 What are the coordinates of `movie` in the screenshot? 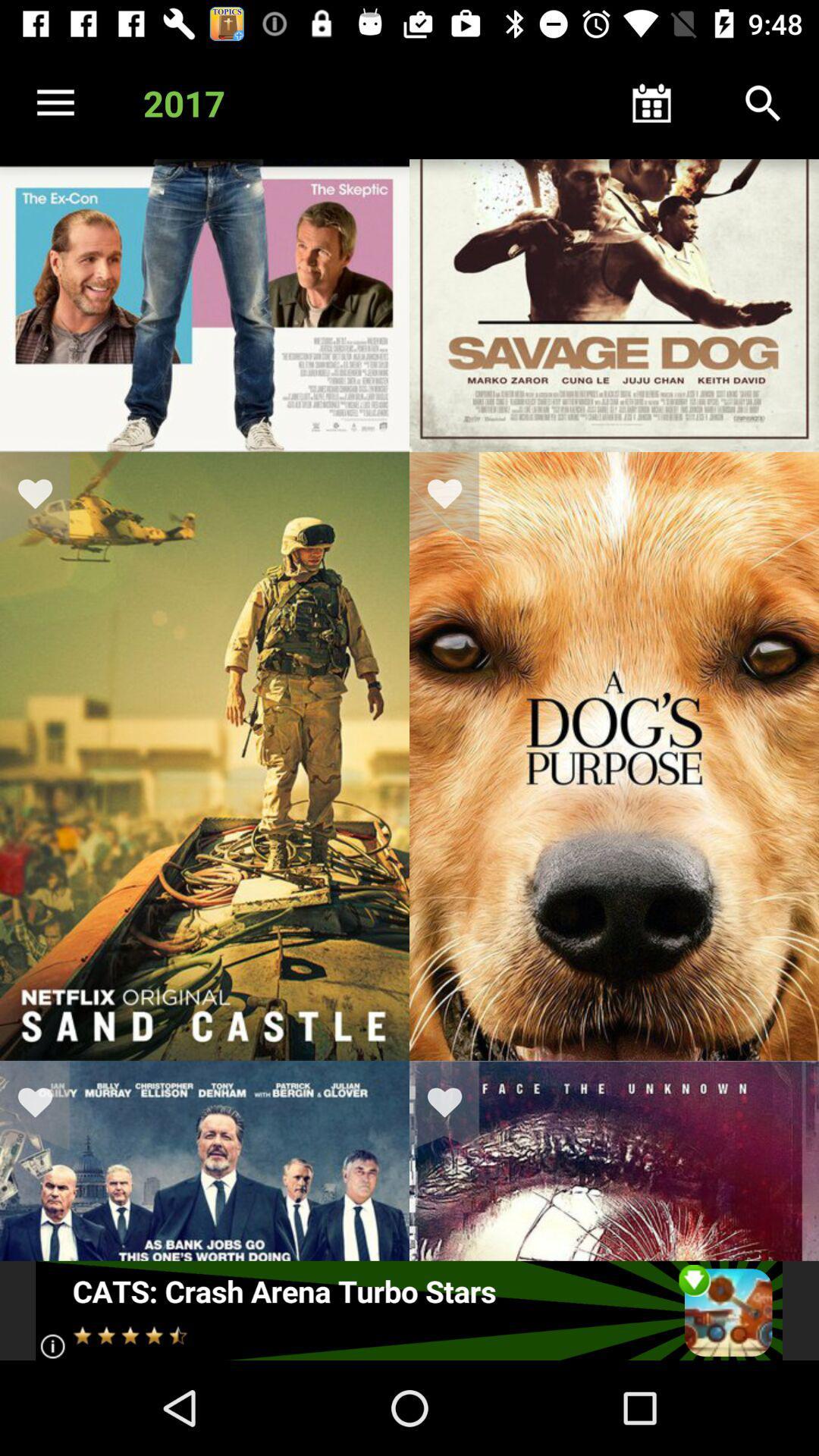 It's located at (453, 1106).